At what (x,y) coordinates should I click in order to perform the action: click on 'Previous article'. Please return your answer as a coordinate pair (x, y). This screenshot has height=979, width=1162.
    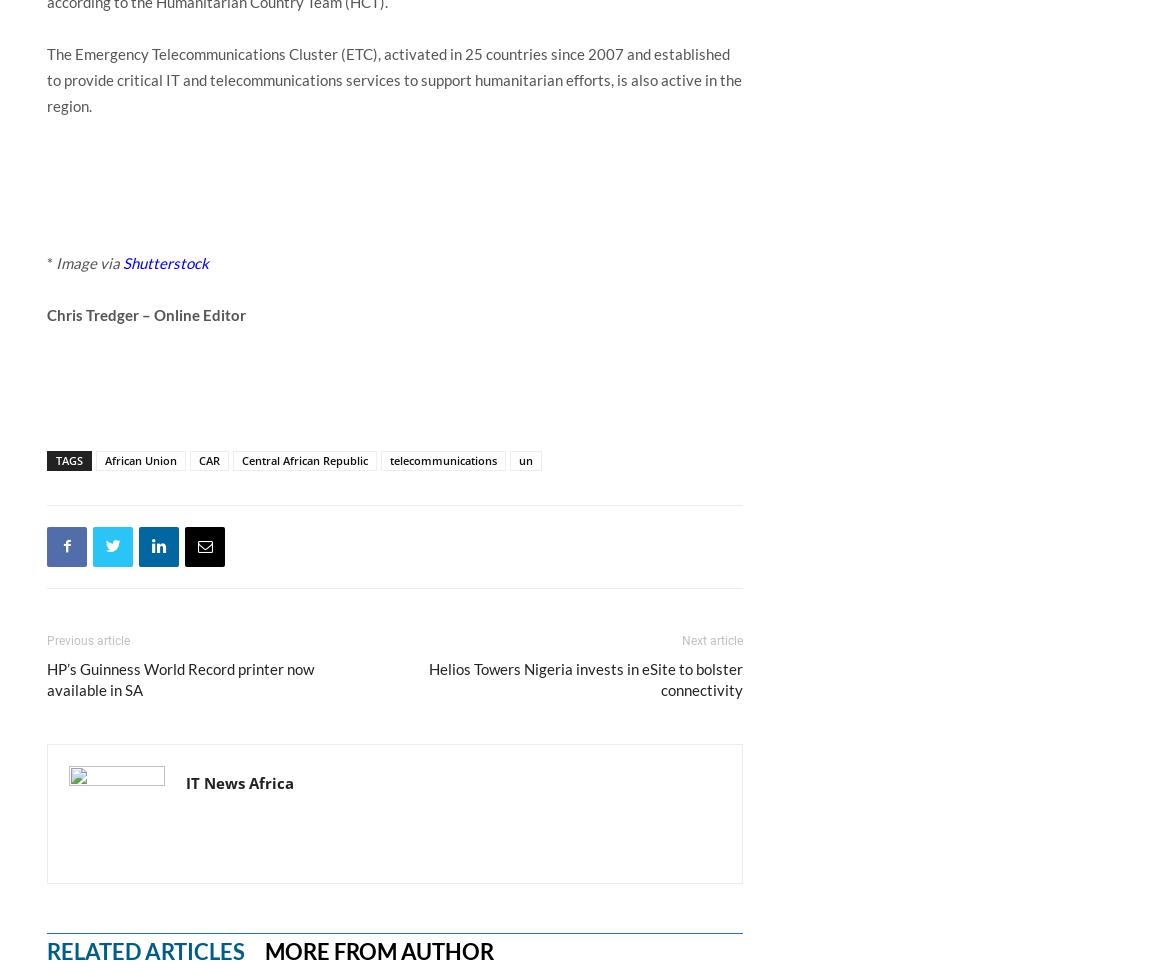
    Looking at the image, I should click on (88, 638).